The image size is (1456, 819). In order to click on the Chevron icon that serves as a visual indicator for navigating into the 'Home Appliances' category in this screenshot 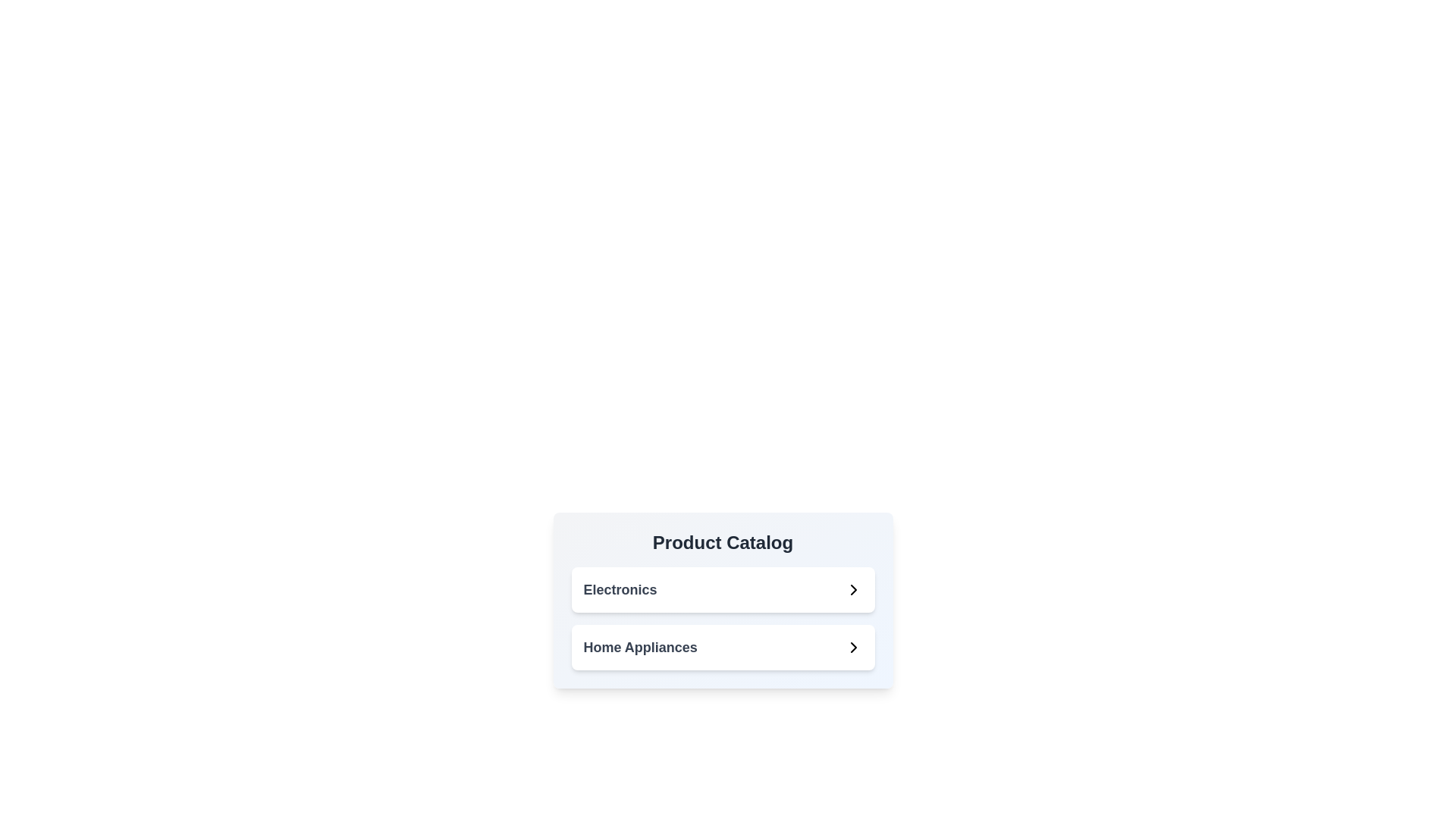, I will do `click(853, 647)`.